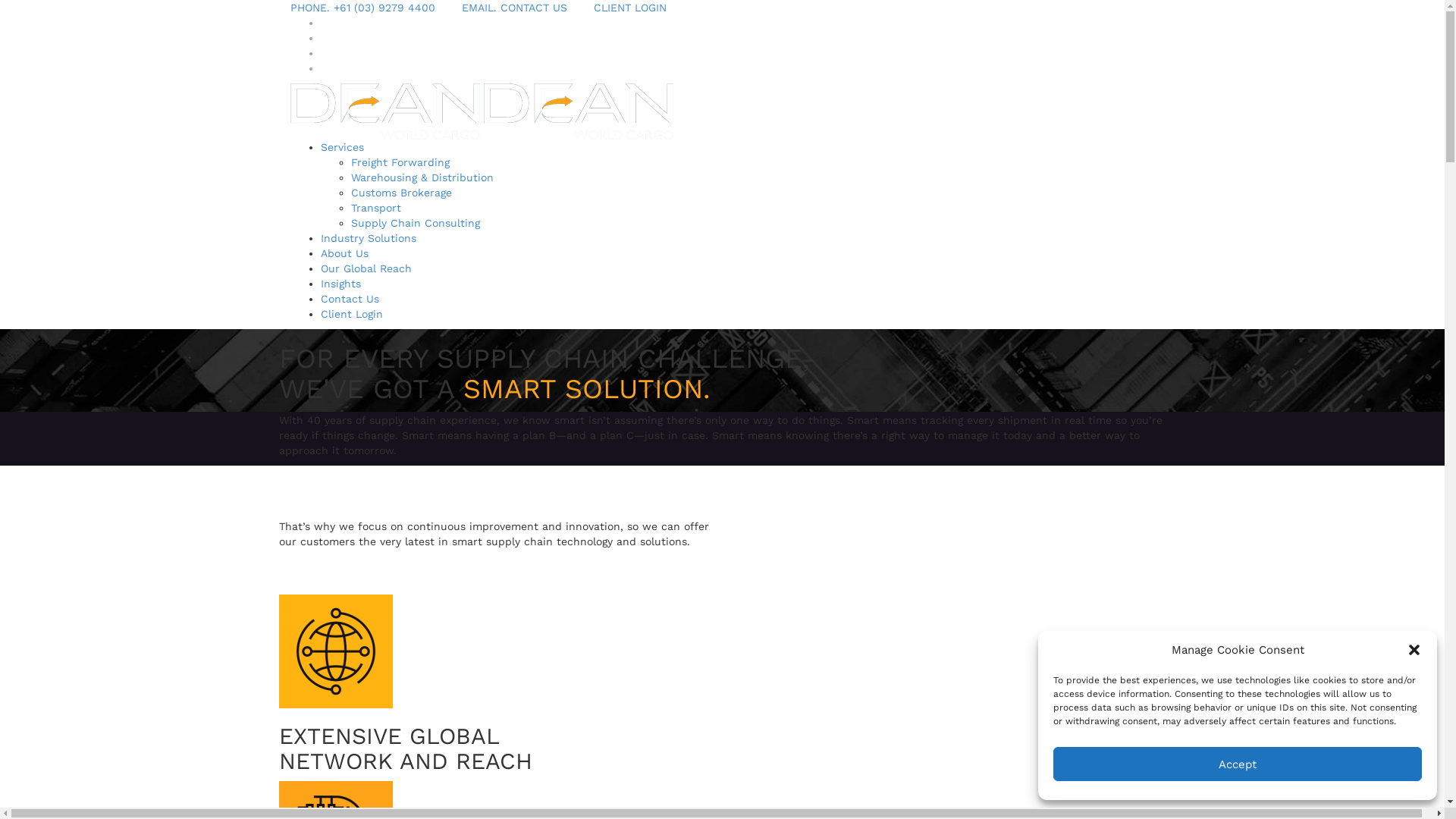 The width and height of the screenshot is (1456, 819). What do you see at coordinates (339, 284) in the screenshot?
I see `'Insights'` at bounding box center [339, 284].